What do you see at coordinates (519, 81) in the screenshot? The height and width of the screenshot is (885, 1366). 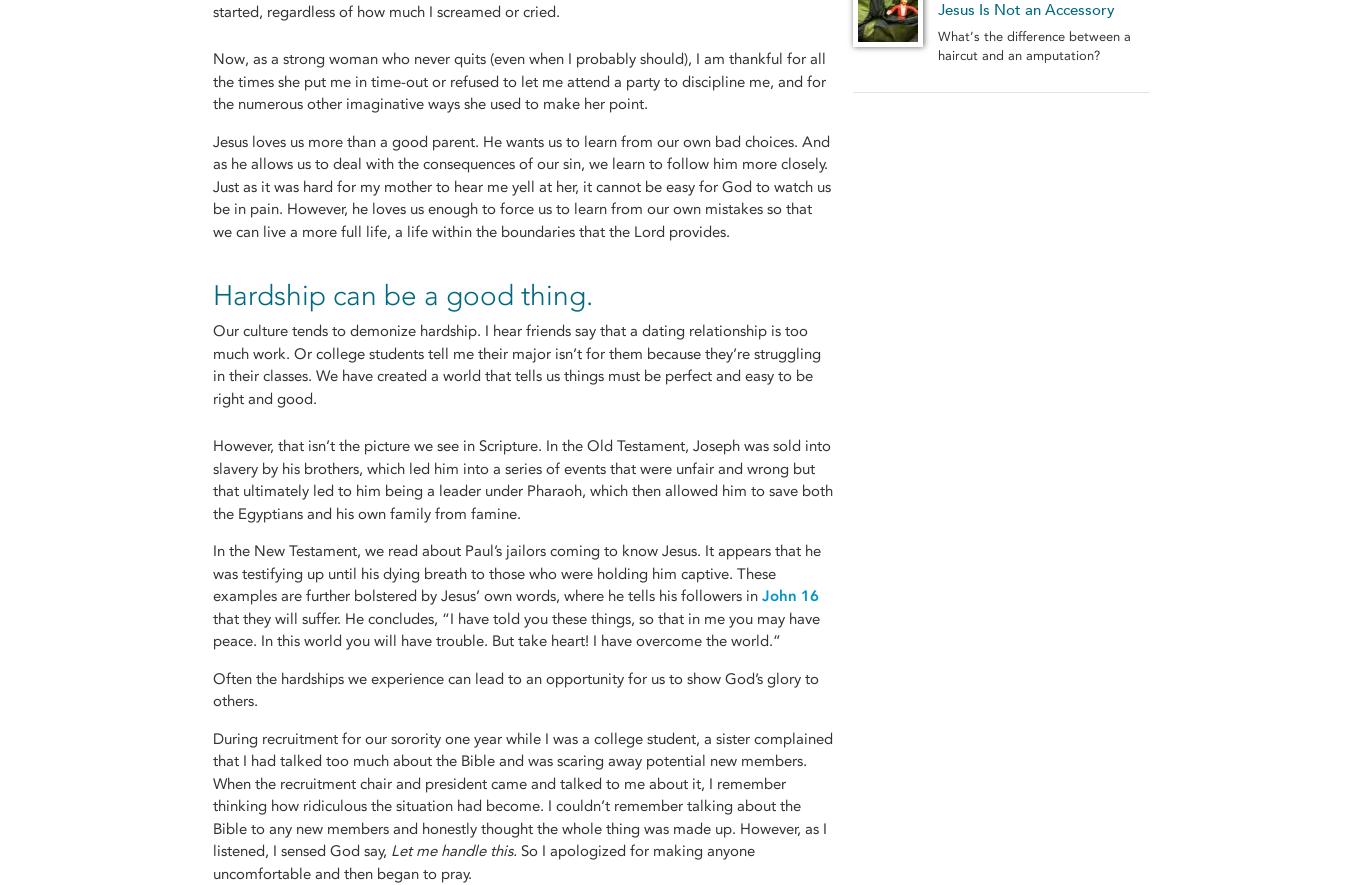 I see `'Now, as a strong woman who never quits (even when I probably should), I am thankful for all the times she put me in time-out or refused to let me attend a party to discipline me, and for the numerous other imaginative ways she used to make her point.'` at bounding box center [519, 81].